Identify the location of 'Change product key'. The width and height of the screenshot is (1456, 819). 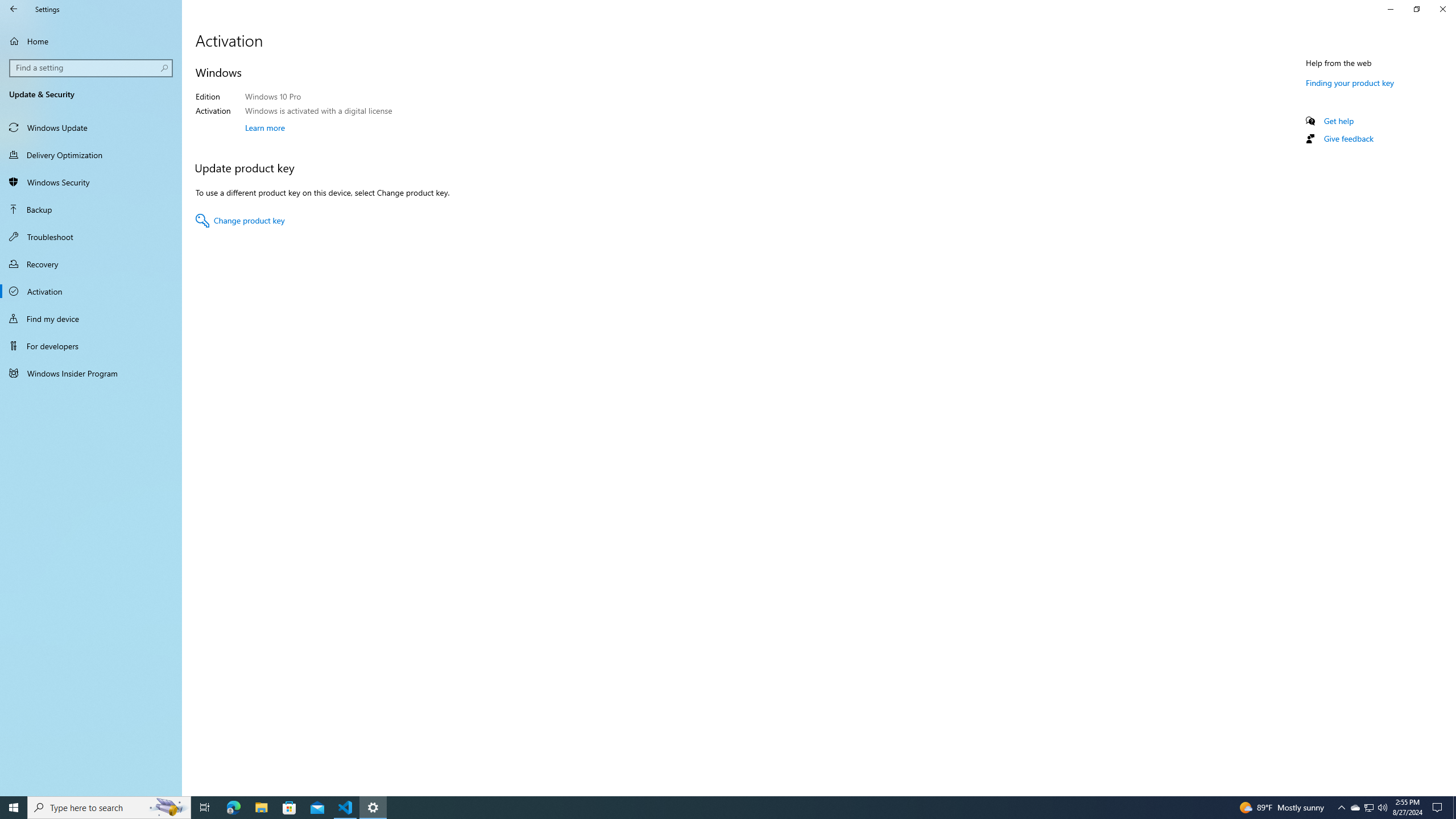
(239, 220).